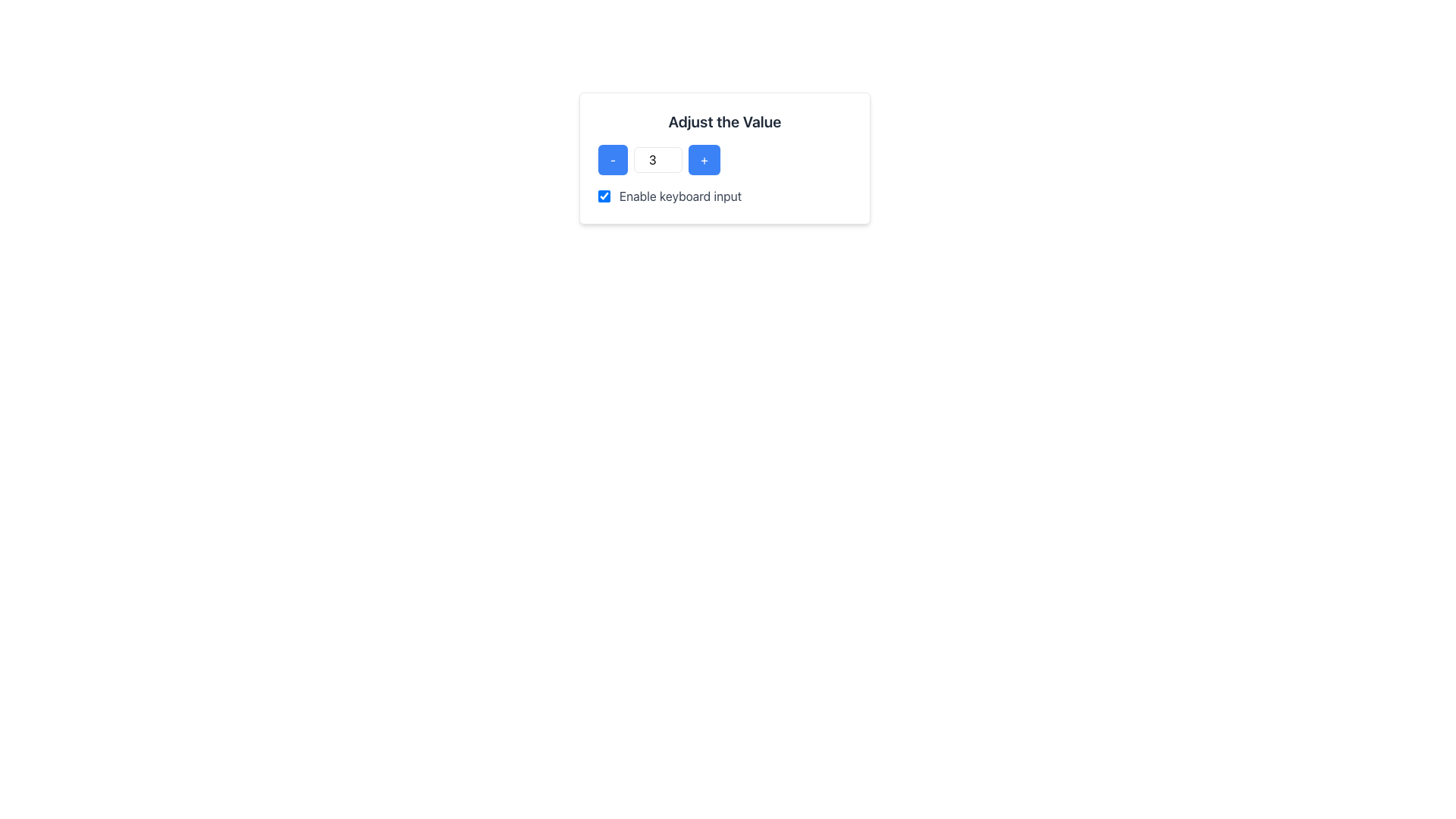 This screenshot has width=1456, height=819. What do you see at coordinates (603, 195) in the screenshot?
I see `the blue checkbox with rounded corners located to the left of the text 'Enable keyboard input'` at bounding box center [603, 195].